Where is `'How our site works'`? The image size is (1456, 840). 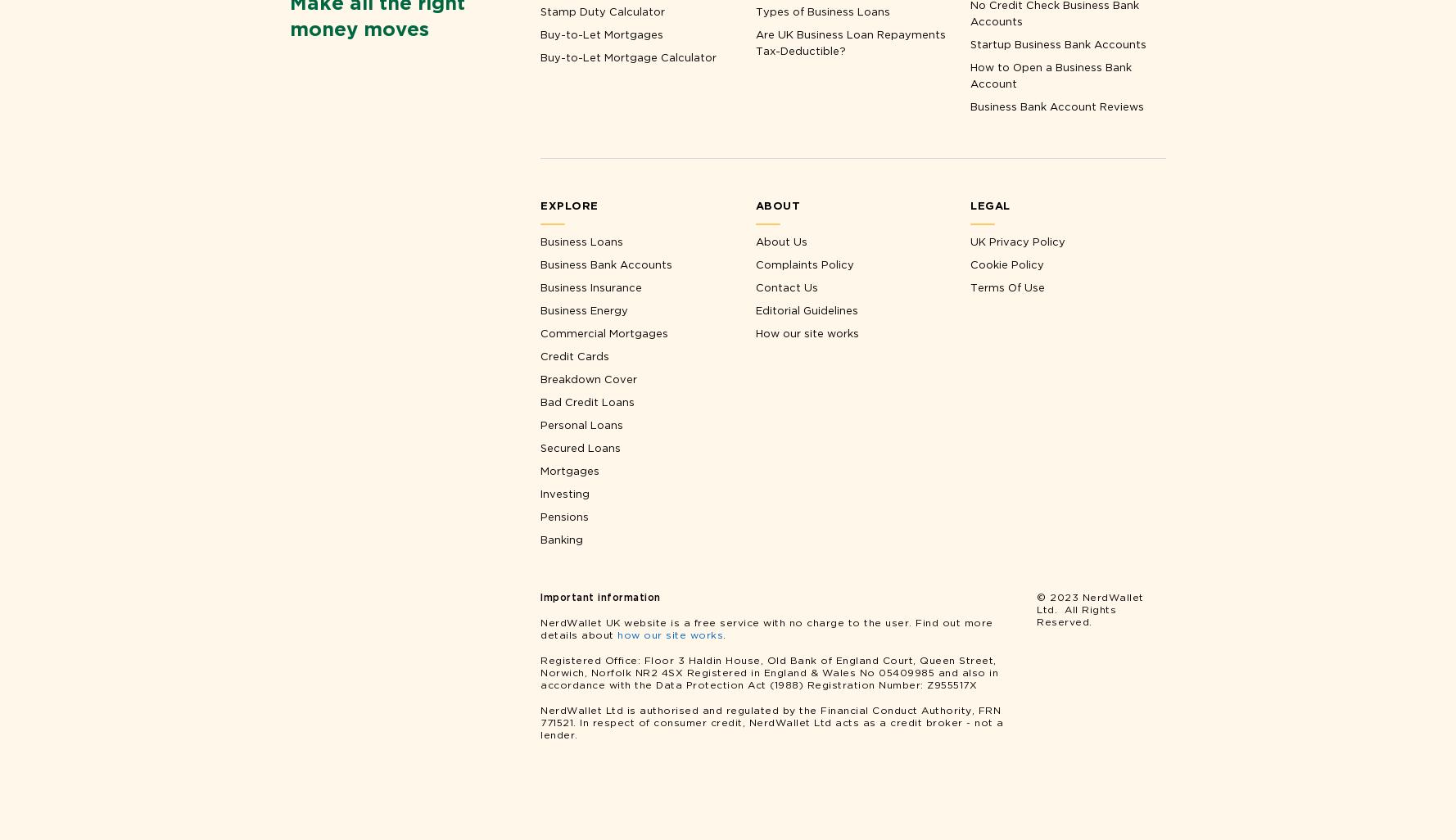 'How our site works' is located at coordinates (806, 332).